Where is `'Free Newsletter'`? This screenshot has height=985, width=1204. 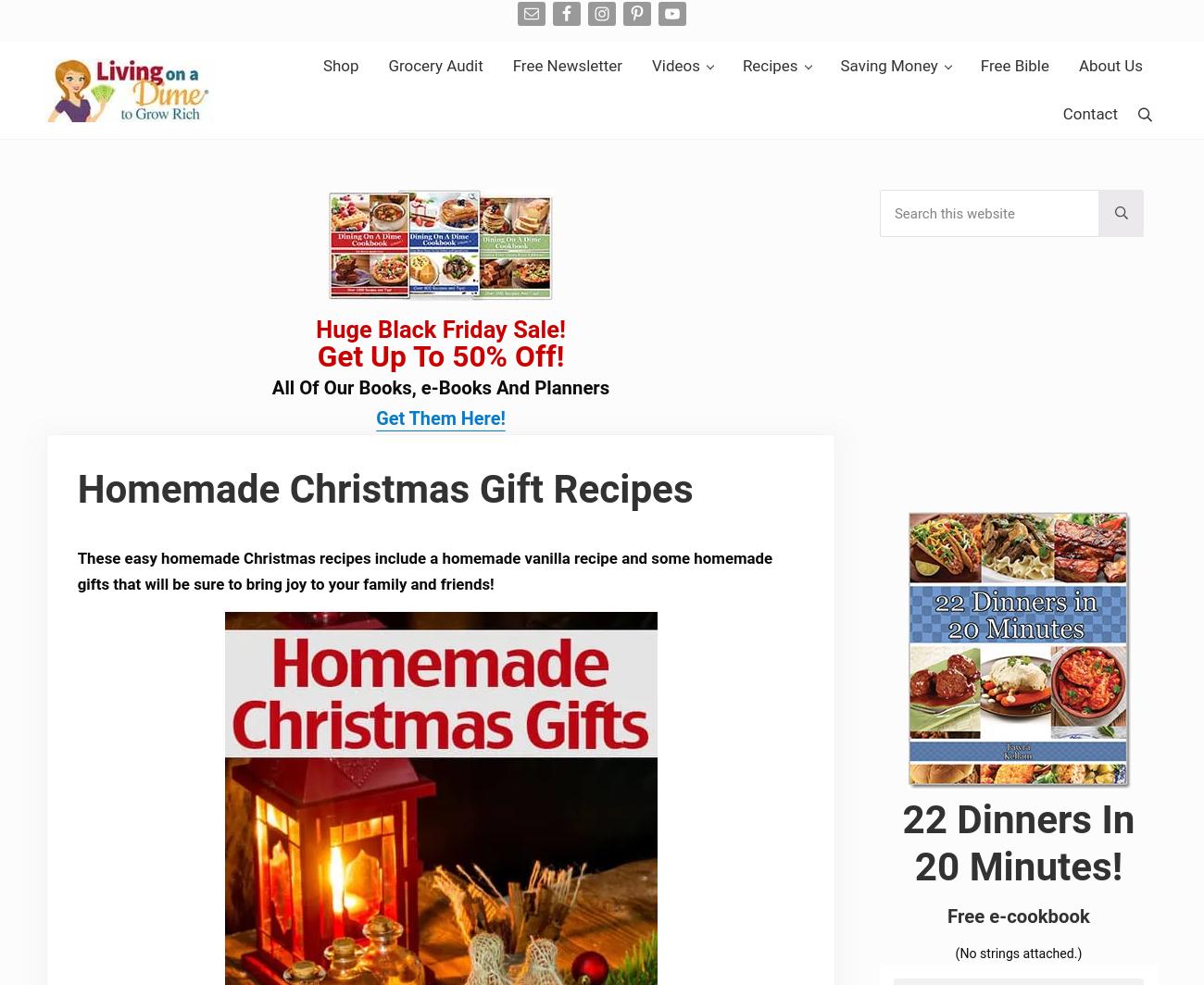 'Free Newsletter' is located at coordinates (567, 65).